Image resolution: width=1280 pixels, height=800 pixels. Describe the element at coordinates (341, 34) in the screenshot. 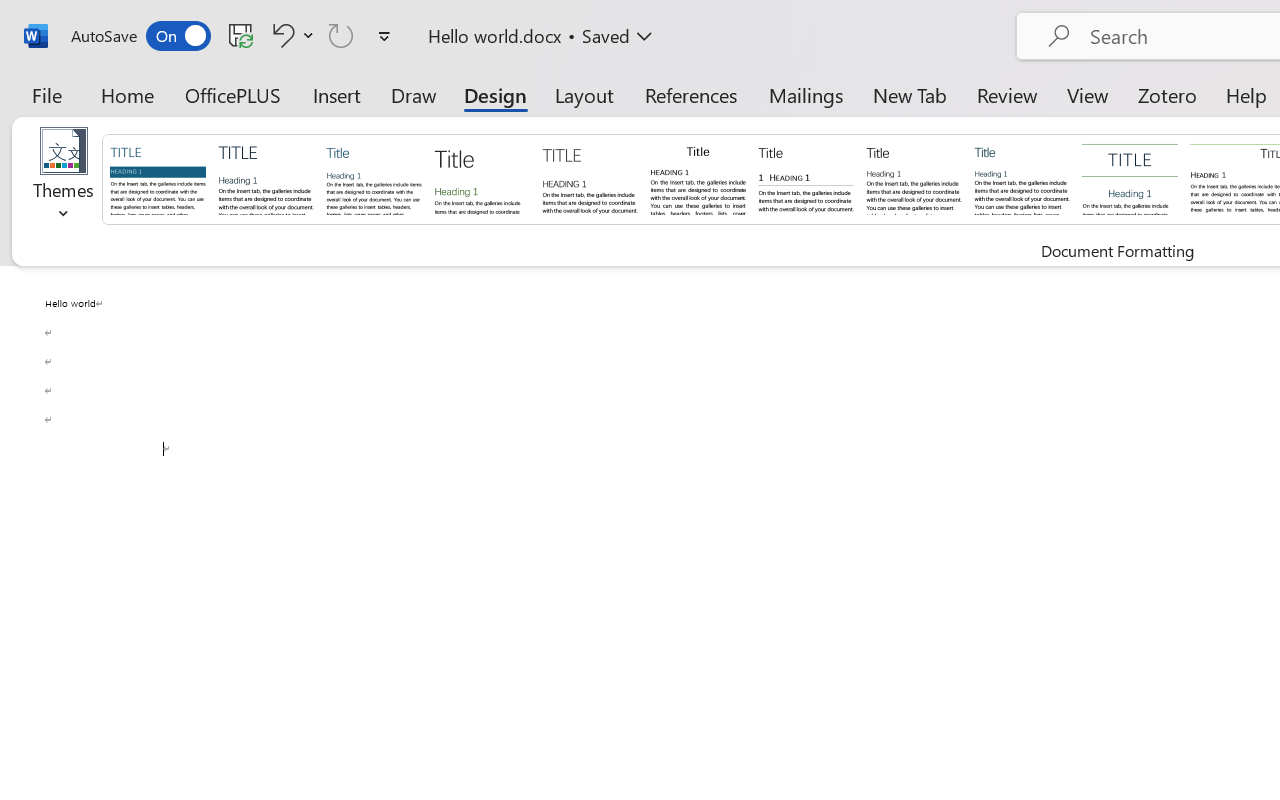

I see `'Can'` at that location.